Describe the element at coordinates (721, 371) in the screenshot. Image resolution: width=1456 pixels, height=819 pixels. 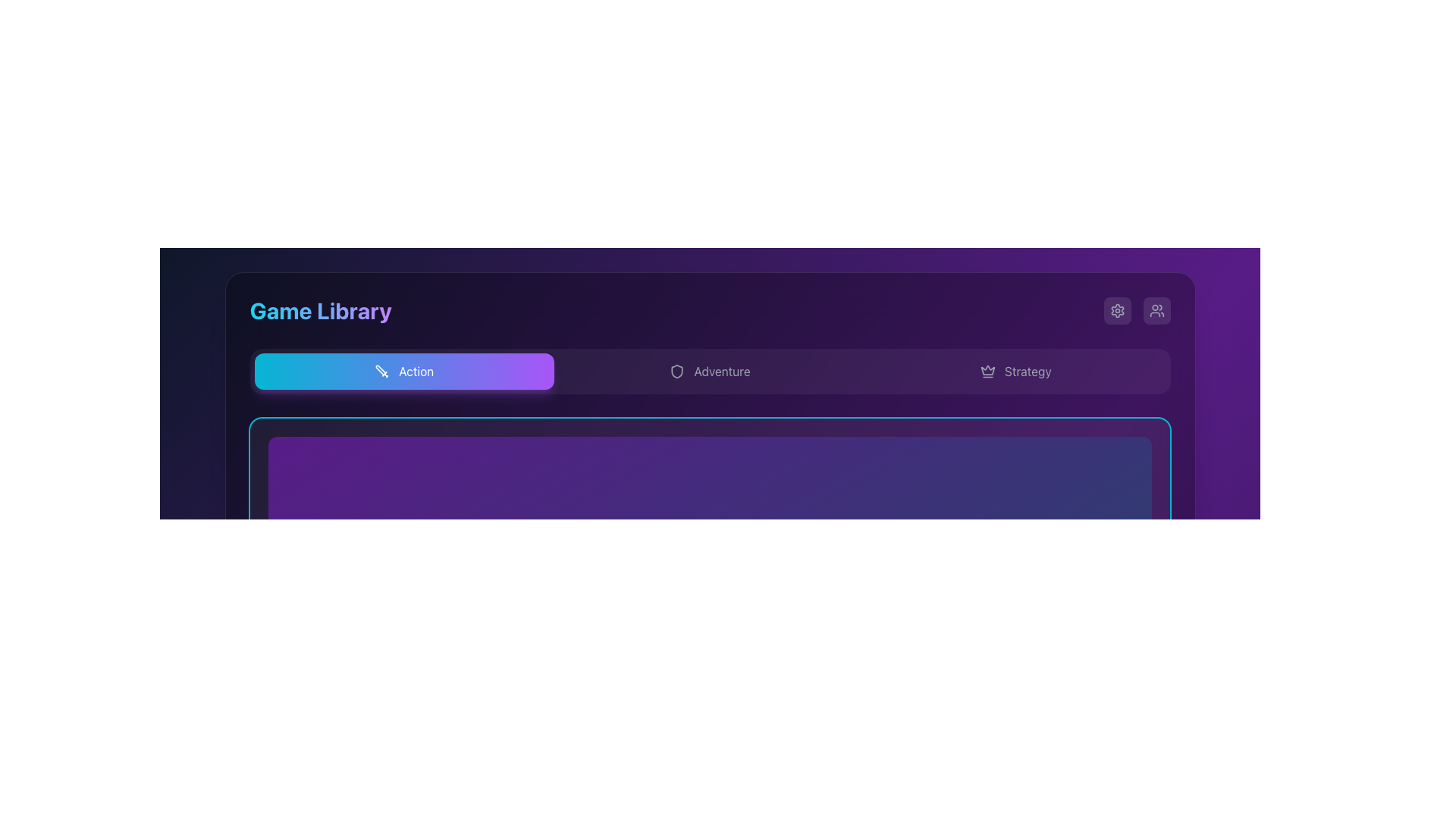
I see `the 'Adventure' label in the navigation bar` at that location.